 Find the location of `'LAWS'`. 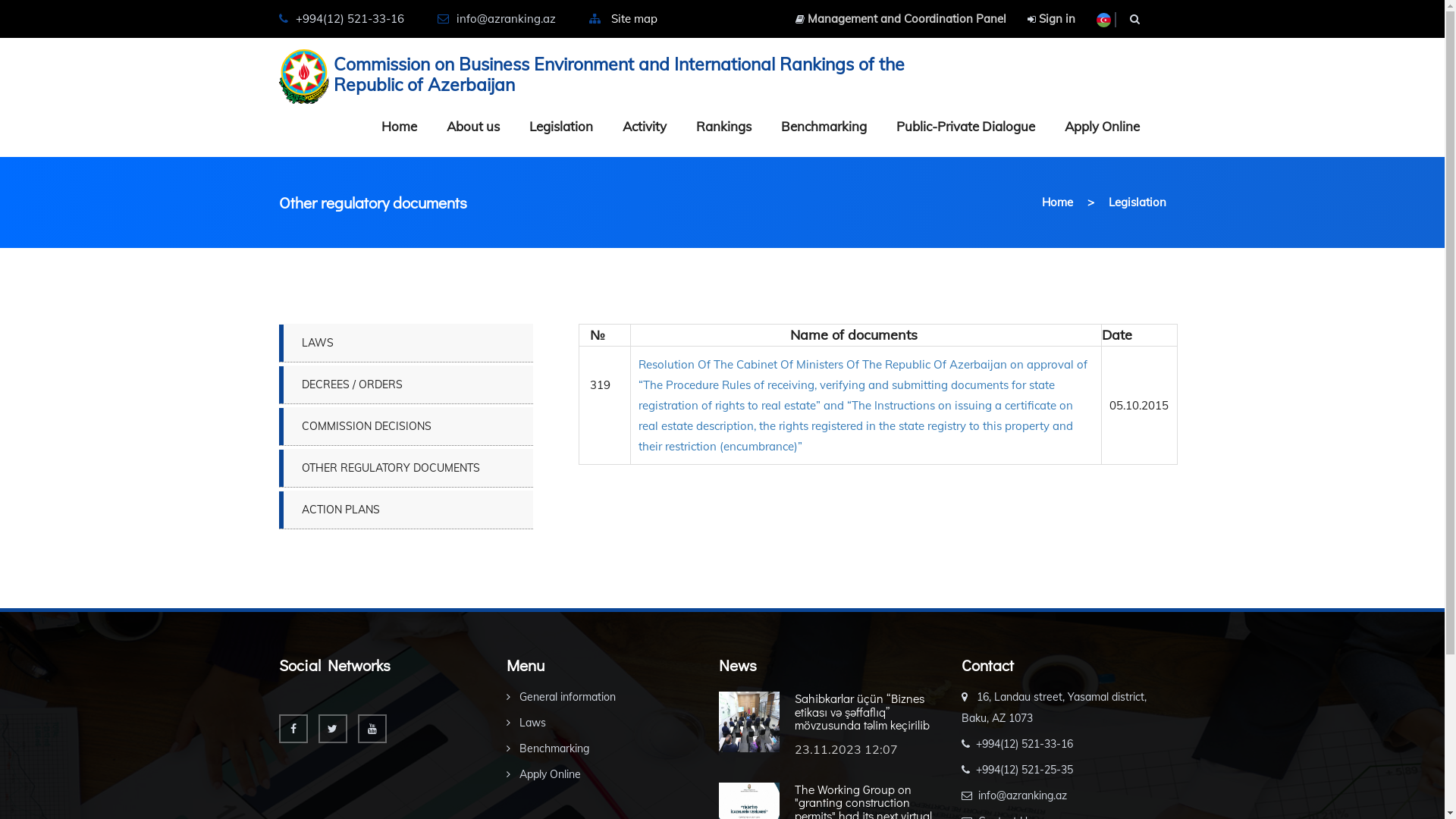

'LAWS' is located at coordinates (406, 342).